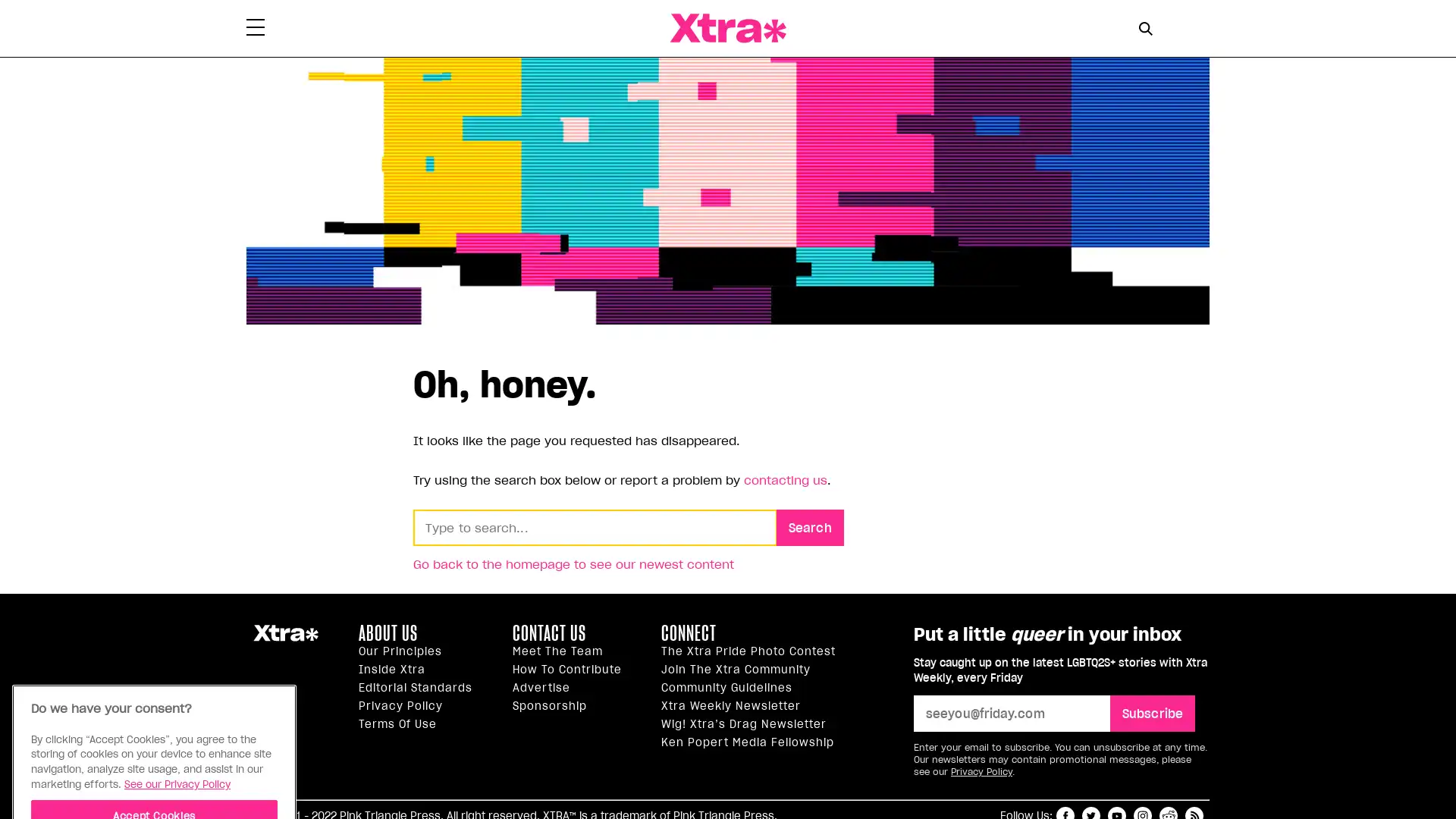 This screenshot has width=1456, height=819. Describe the element at coordinates (1152, 713) in the screenshot. I see `Subscribe` at that location.